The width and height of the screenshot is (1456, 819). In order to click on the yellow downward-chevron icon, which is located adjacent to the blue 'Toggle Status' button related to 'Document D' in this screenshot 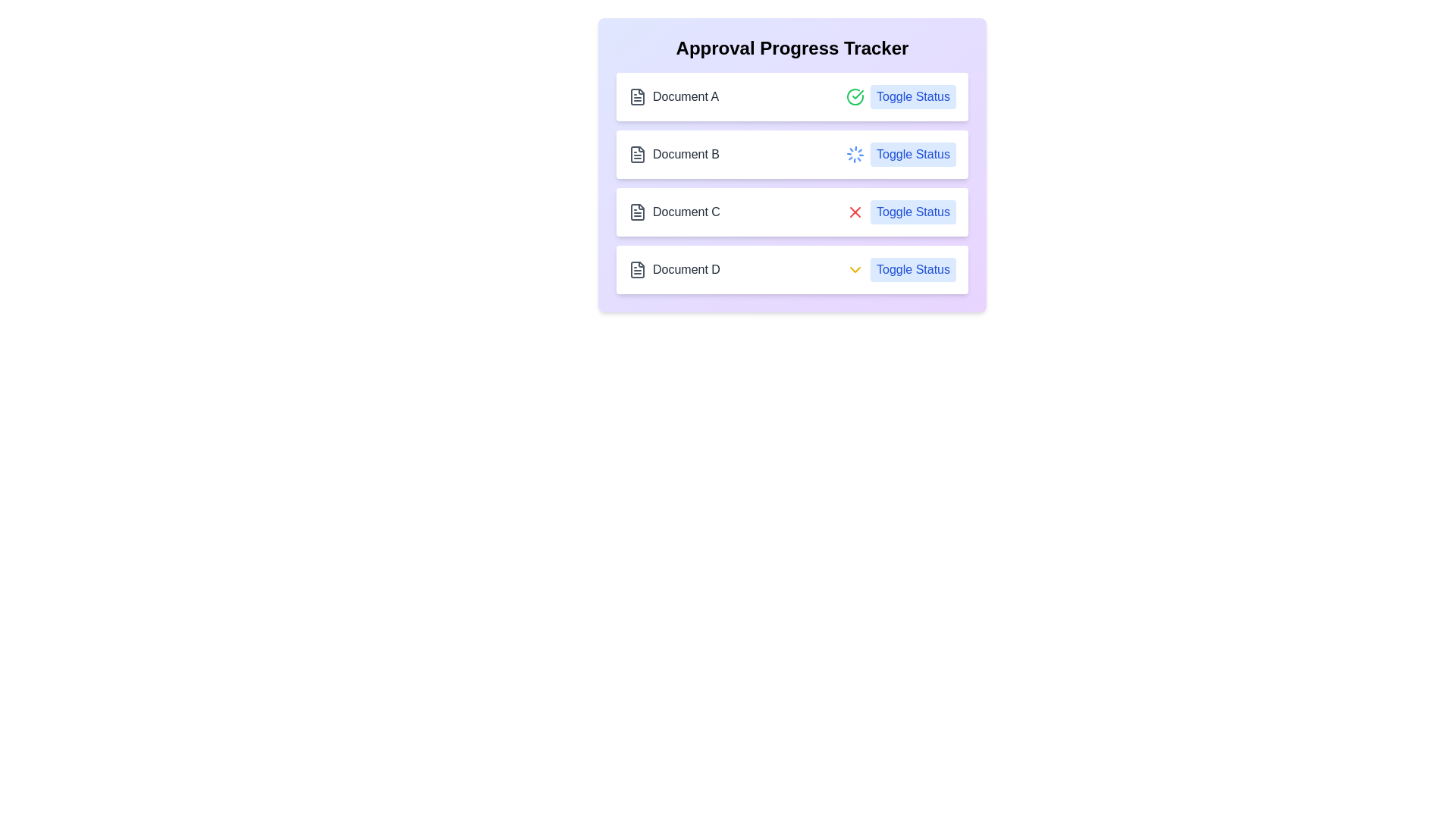, I will do `click(855, 268)`.